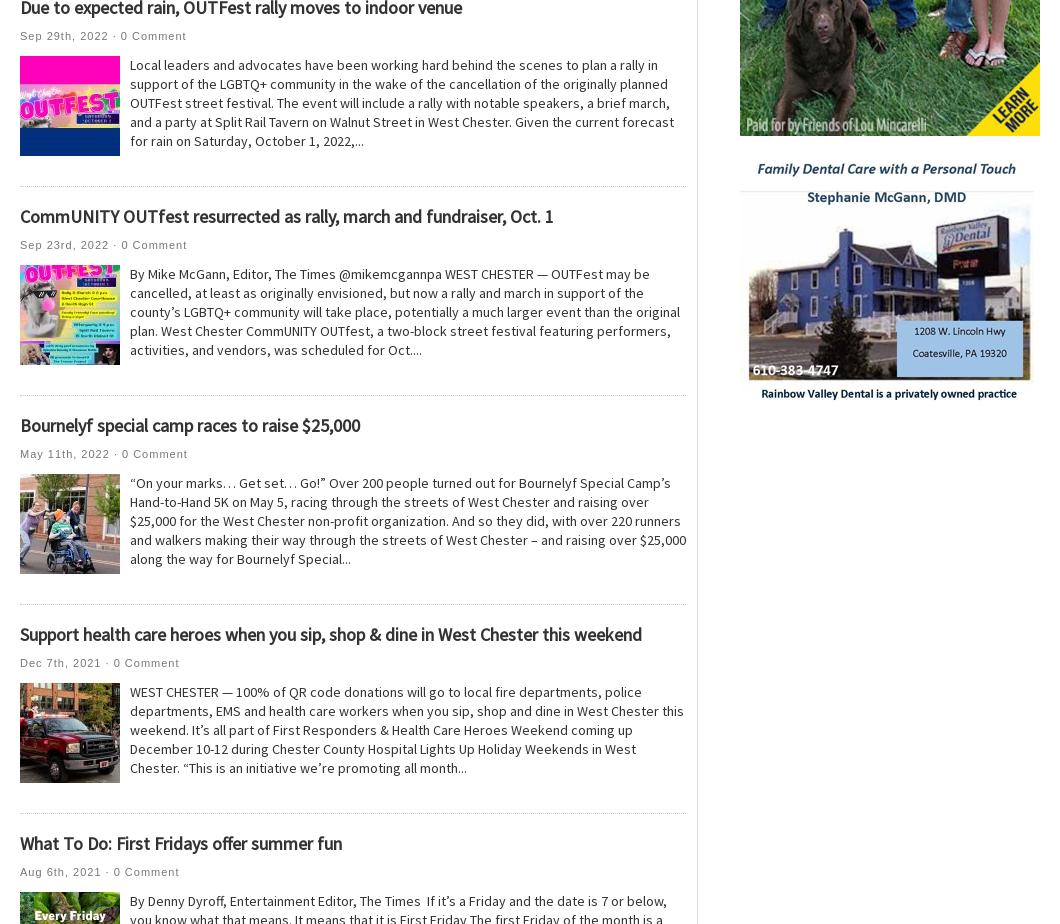 Image resolution: width=1060 pixels, height=924 pixels. Describe the element at coordinates (406, 729) in the screenshot. I see `'WEST CHESTER — 100% of QR code donations will go to local fire departments, police departments, EMS and health care workers when you sip, shop and dine in West Chester this weekend. It’s all part of First Responders & Health Care Heroes Weekend coming up December 10-12 during Chester County Hospital Lights Up Holiday Weekends in West Chester.
“This is an initiative we’re promoting all month...'` at that location.